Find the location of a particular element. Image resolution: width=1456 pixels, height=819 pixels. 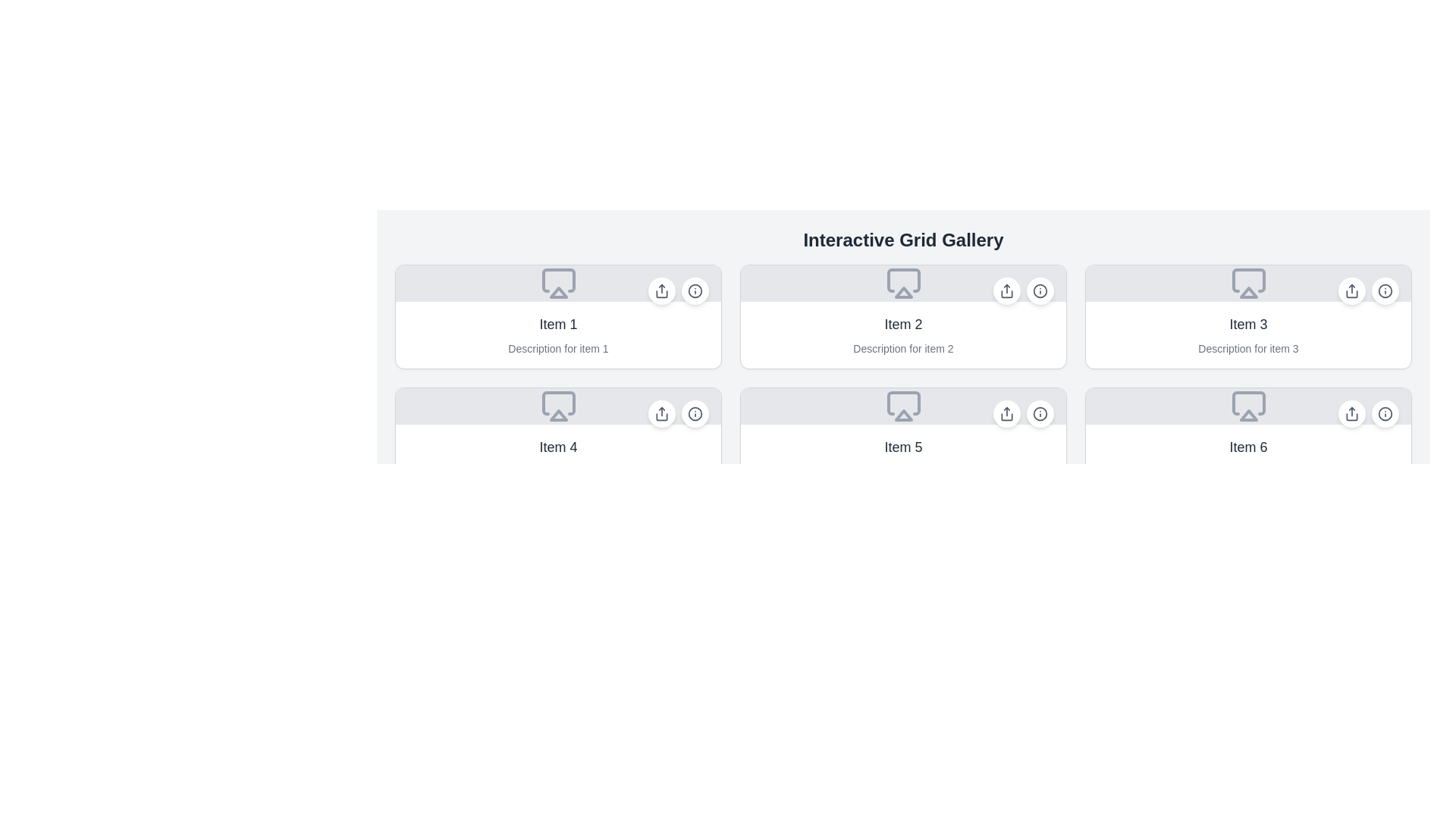

the circular button with a white background and an info icon located in the top right corner of the panel associated with 'Item 6' is located at coordinates (1385, 414).